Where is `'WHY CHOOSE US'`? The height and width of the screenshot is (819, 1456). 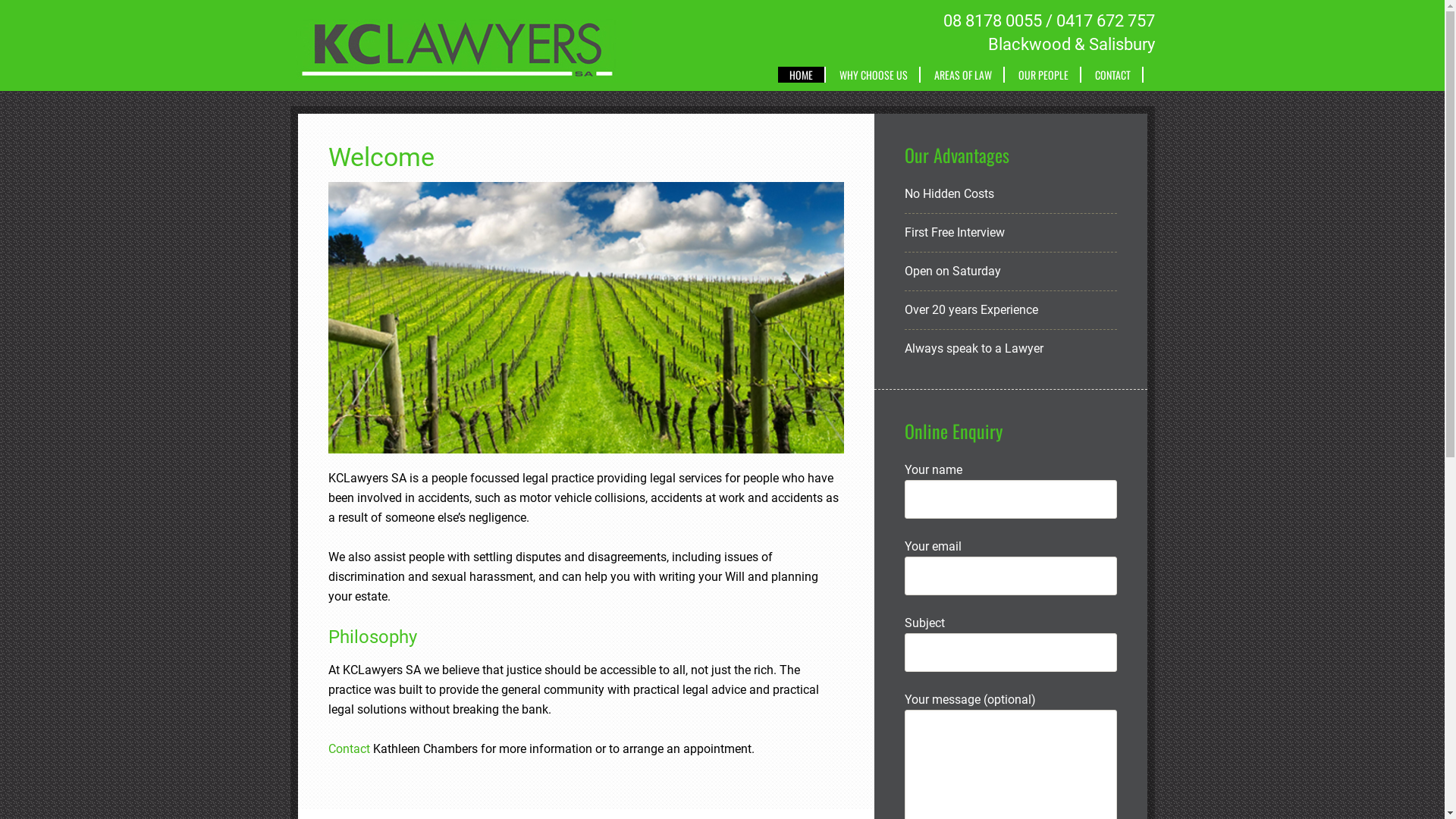
'WHY CHOOSE US' is located at coordinates (874, 74).